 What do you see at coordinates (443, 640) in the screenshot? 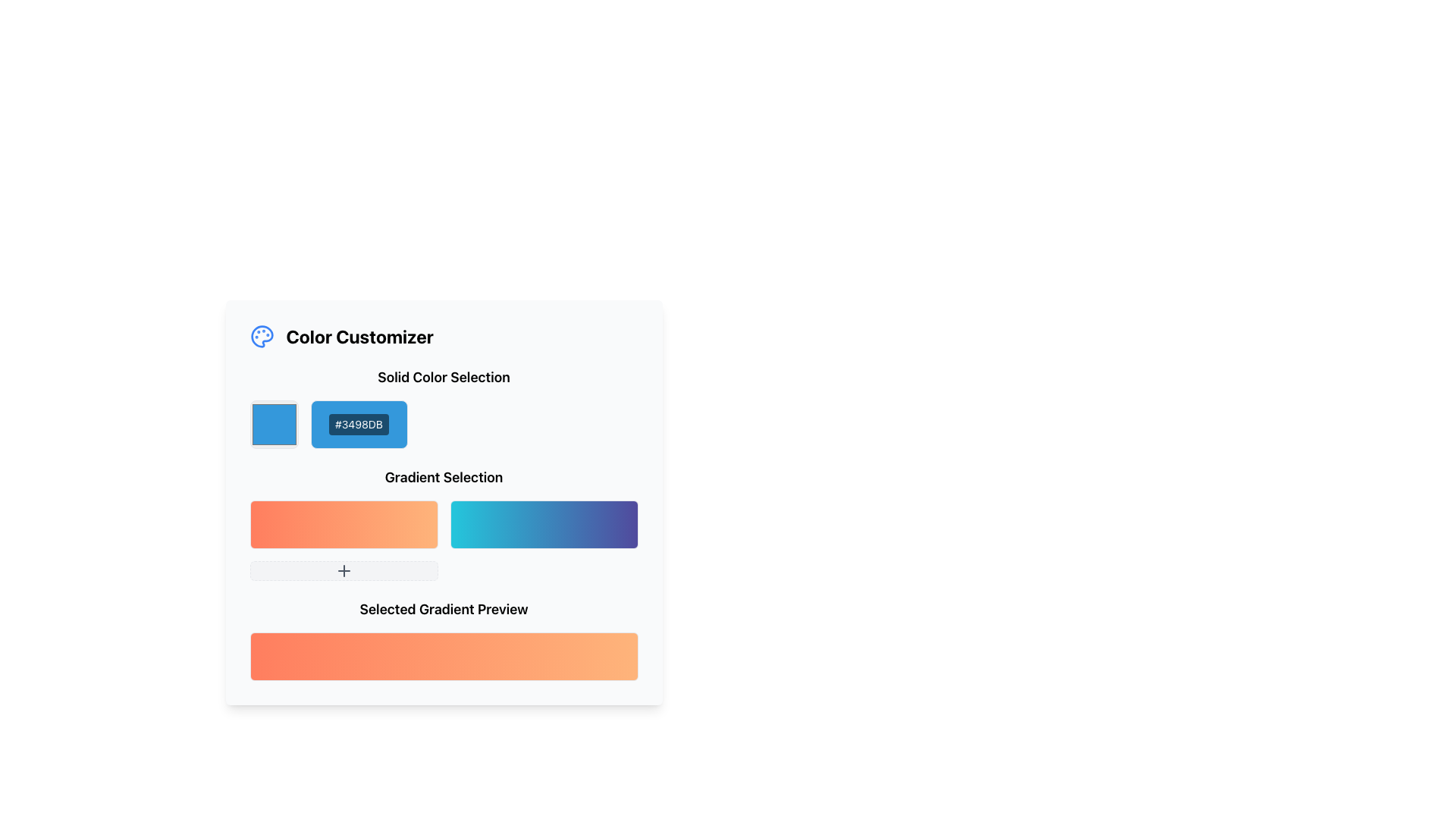
I see `the gradient preview displayed in the Preview Display located at the bottom of the 'Color Customizer' section` at bounding box center [443, 640].